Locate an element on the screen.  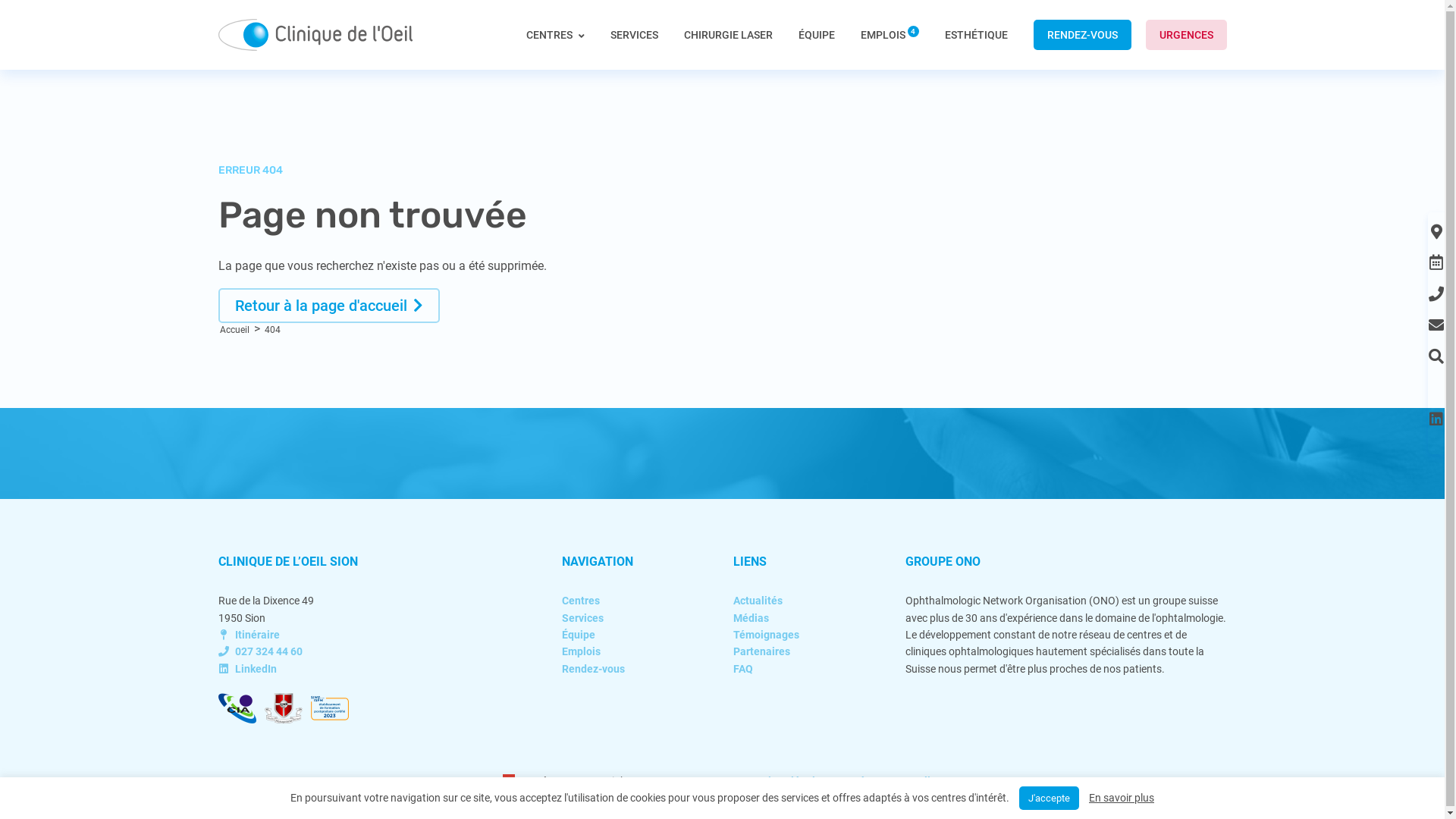
'LinkedIn' is located at coordinates (247, 668).